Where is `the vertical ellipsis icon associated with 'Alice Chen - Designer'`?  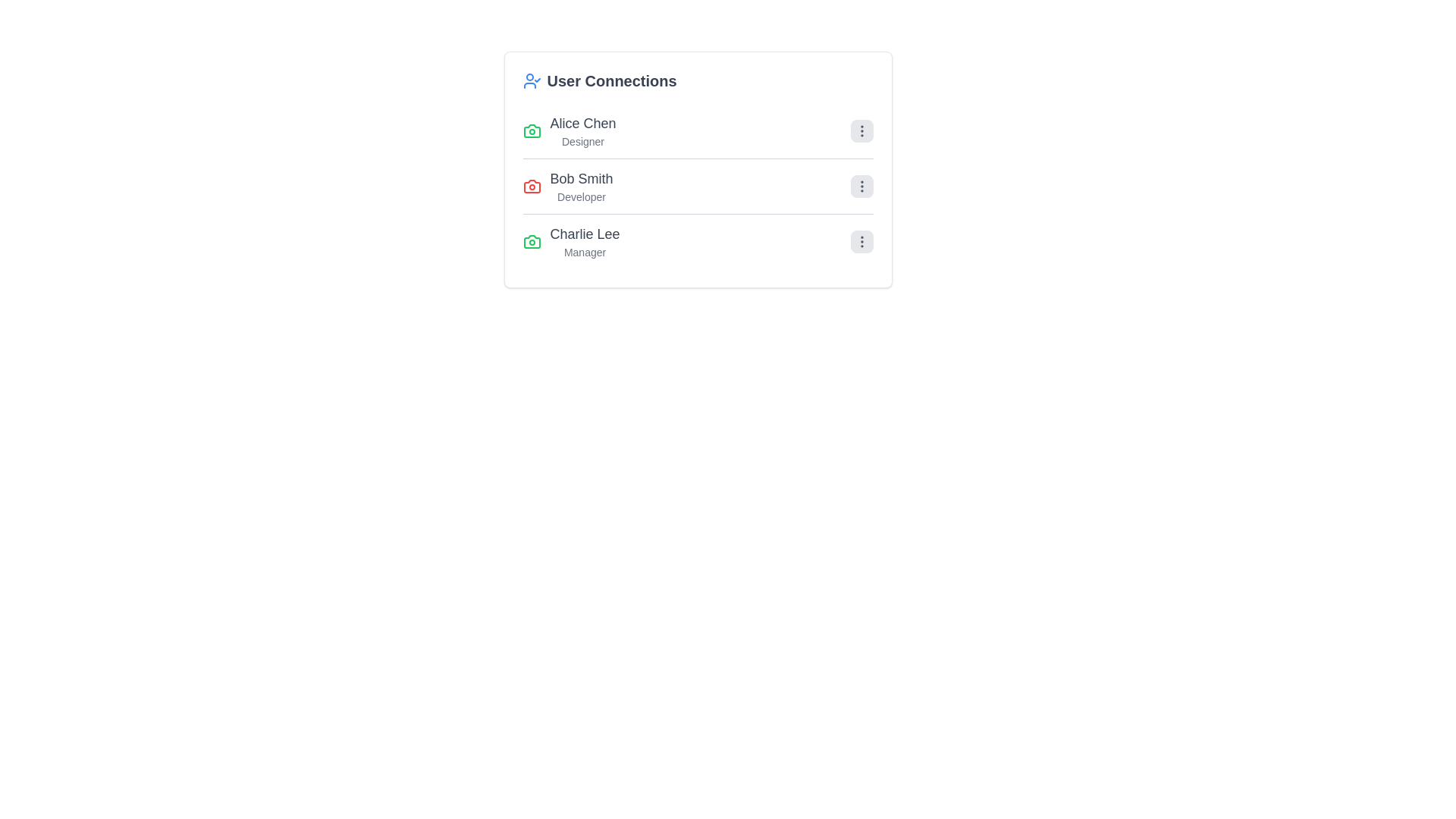 the vertical ellipsis icon associated with 'Alice Chen - Designer' is located at coordinates (861, 130).